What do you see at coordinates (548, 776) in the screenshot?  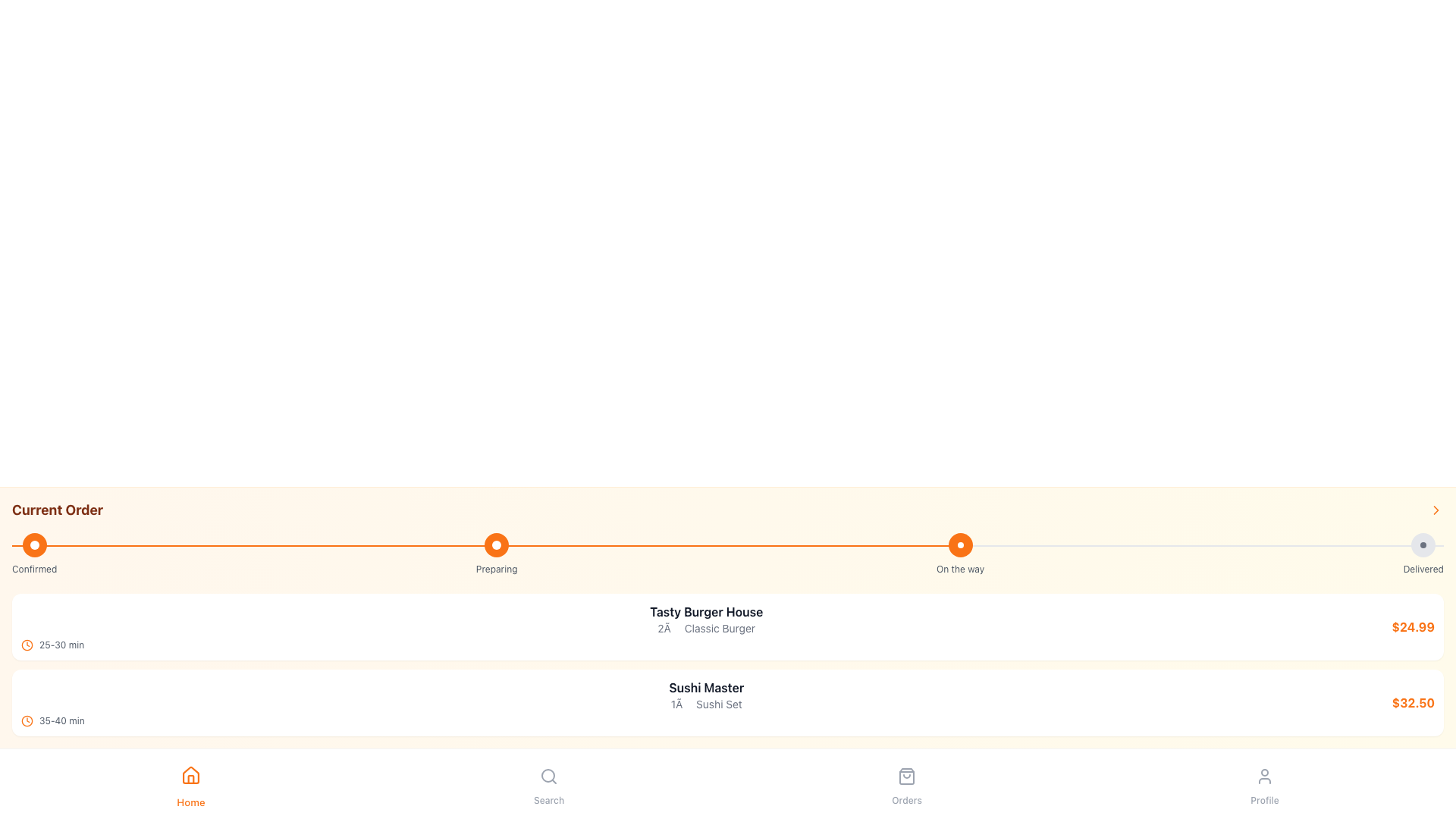 I see `the search icon located centrally within the 'Search' button in the bottom navigation bar` at bounding box center [548, 776].